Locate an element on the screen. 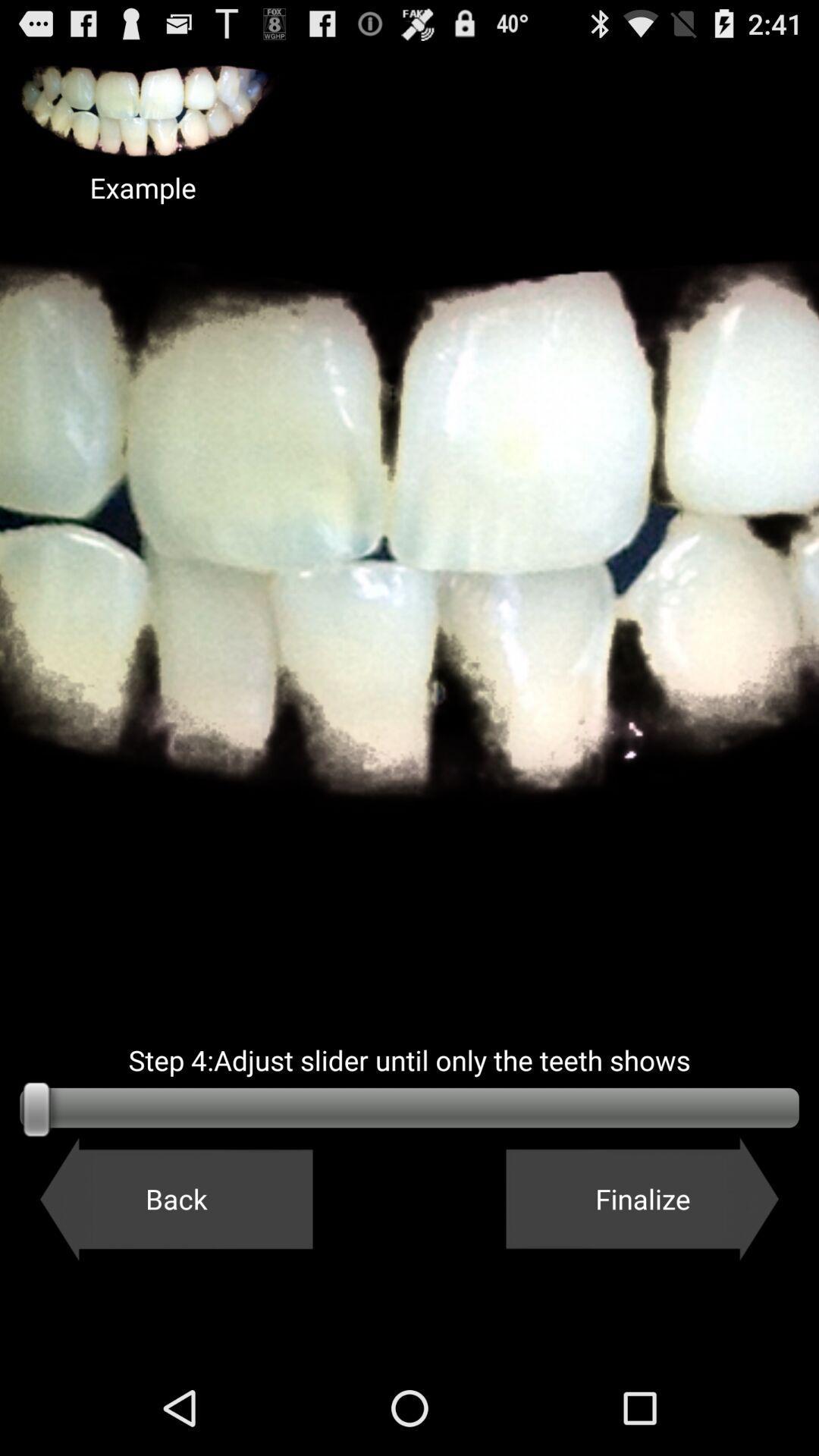 The width and height of the screenshot is (819, 1456). the finalize at the bottom right corner is located at coordinates (642, 1198).